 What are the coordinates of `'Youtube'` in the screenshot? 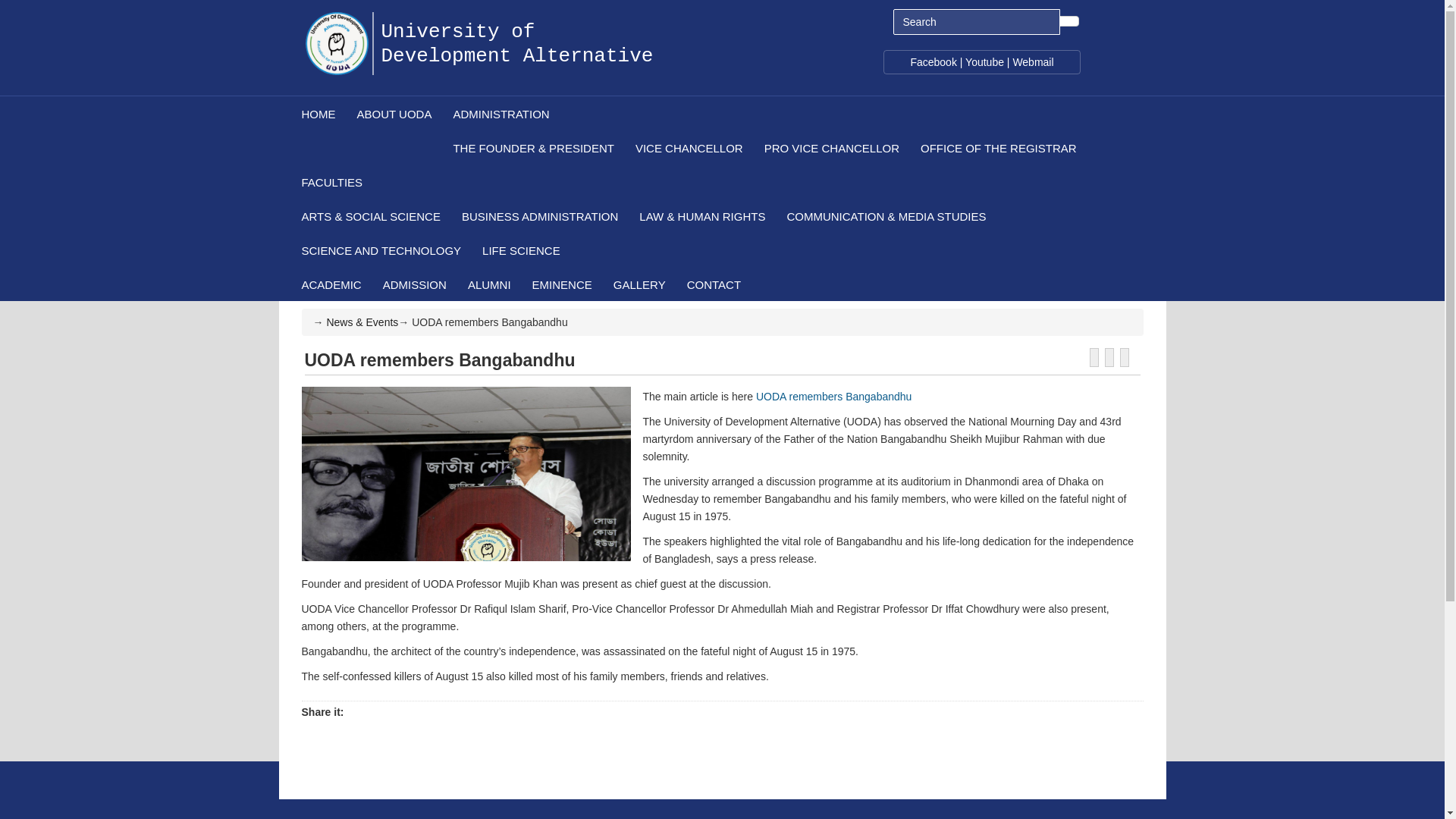 It's located at (984, 61).